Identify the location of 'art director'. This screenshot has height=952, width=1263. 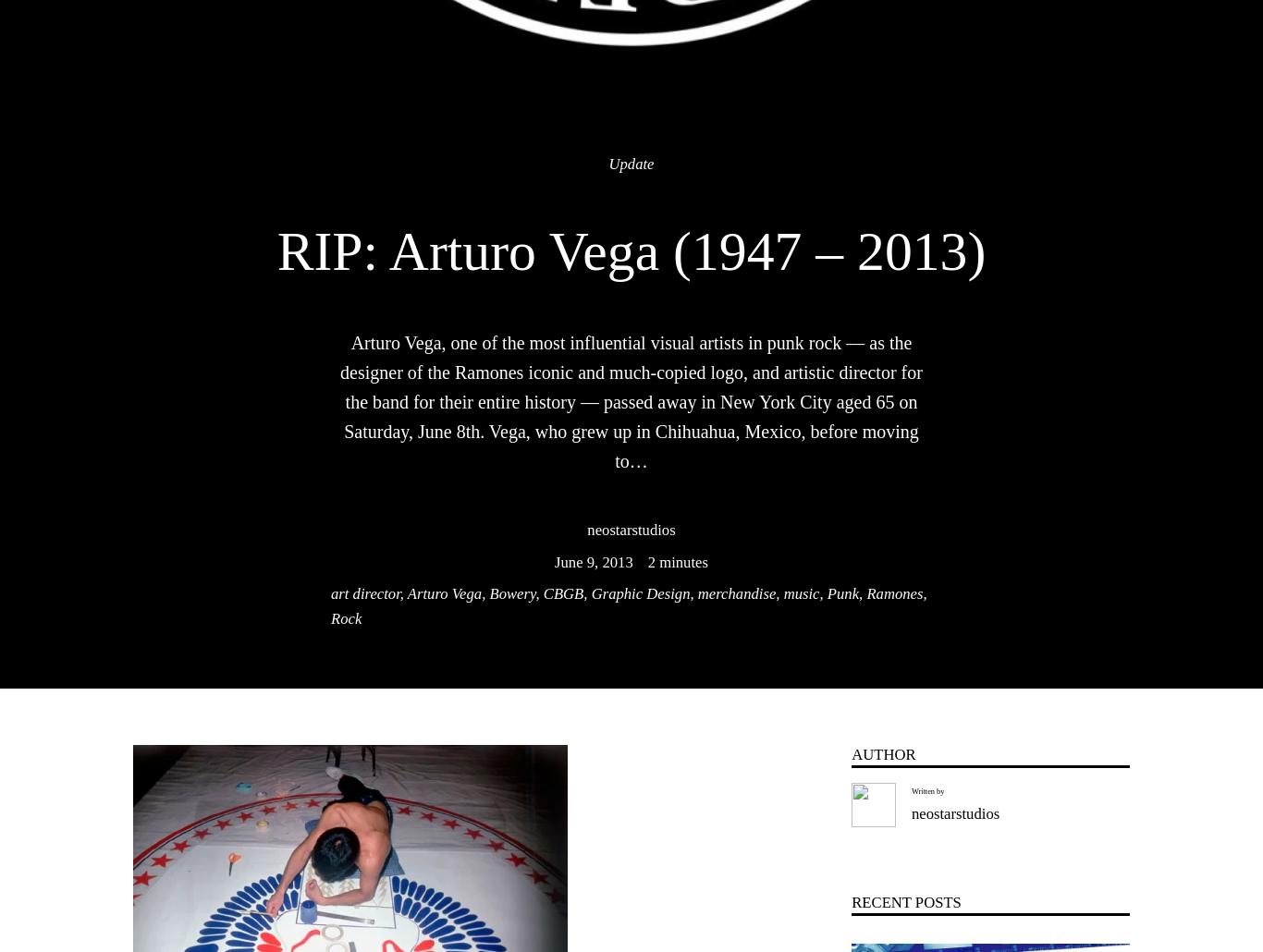
(364, 592).